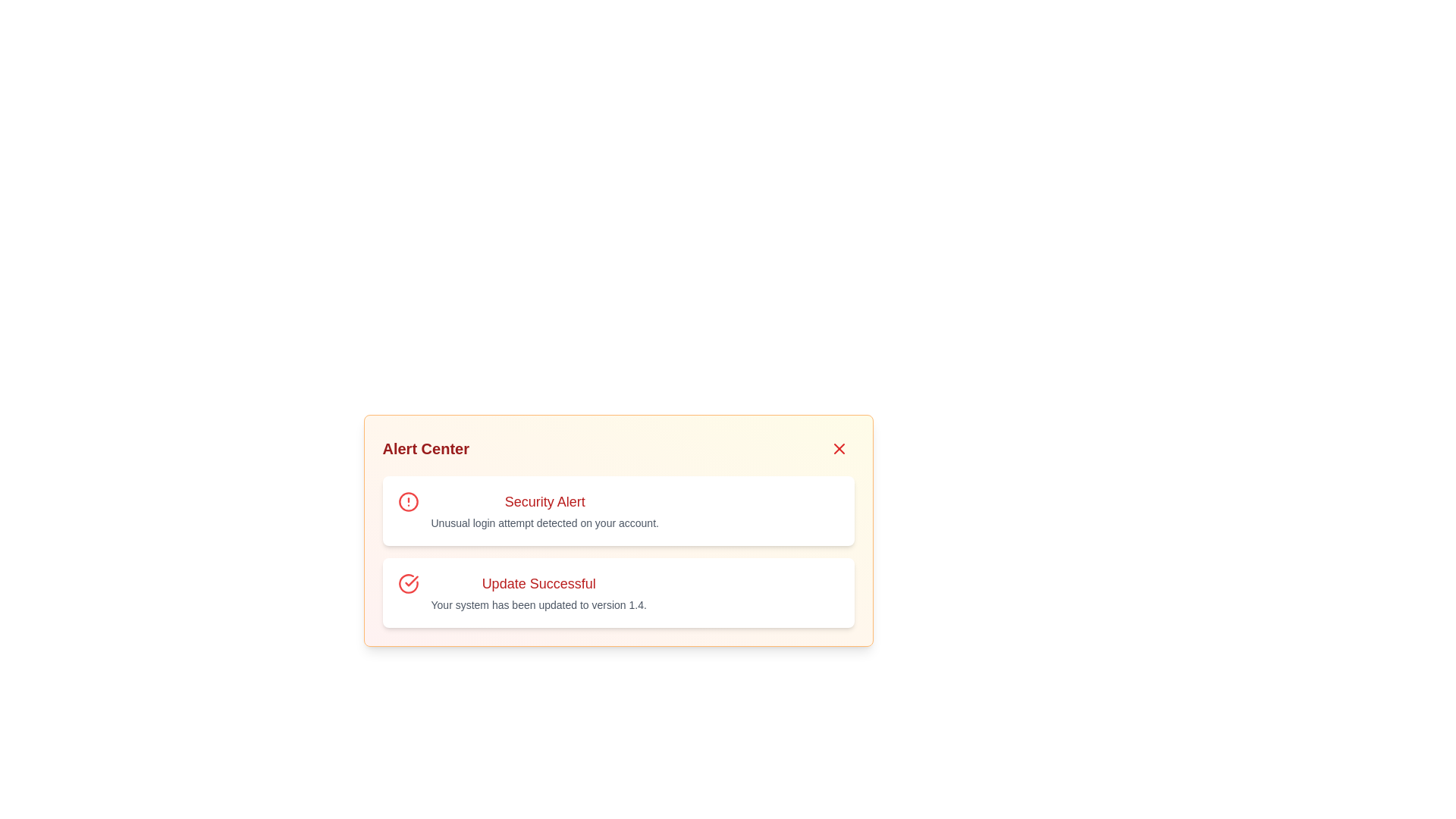 This screenshot has width=1456, height=819. I want to click on the text label that displays the message 'Your system has been updated to version 1.4.' located within the notification card titled 'Update Successful.', so click(538, 604).